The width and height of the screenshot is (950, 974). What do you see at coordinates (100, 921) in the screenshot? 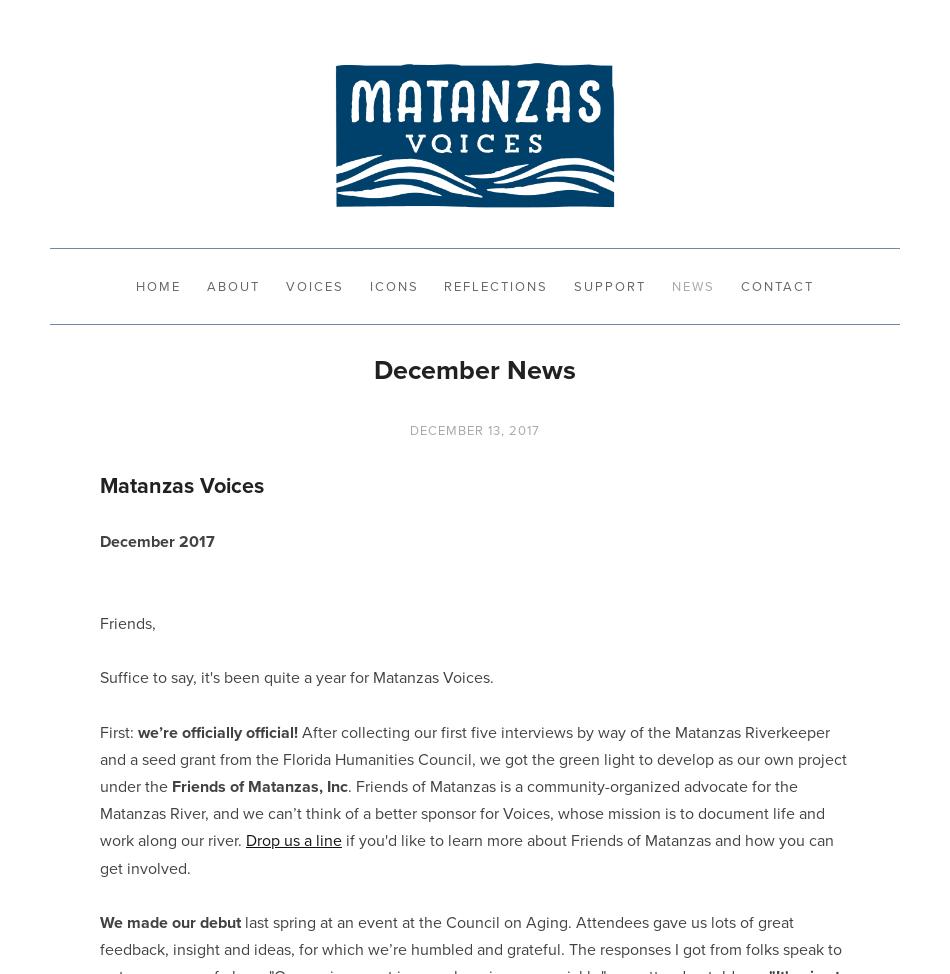
I see `'We made our debut'` at bounding box center [100, 921].